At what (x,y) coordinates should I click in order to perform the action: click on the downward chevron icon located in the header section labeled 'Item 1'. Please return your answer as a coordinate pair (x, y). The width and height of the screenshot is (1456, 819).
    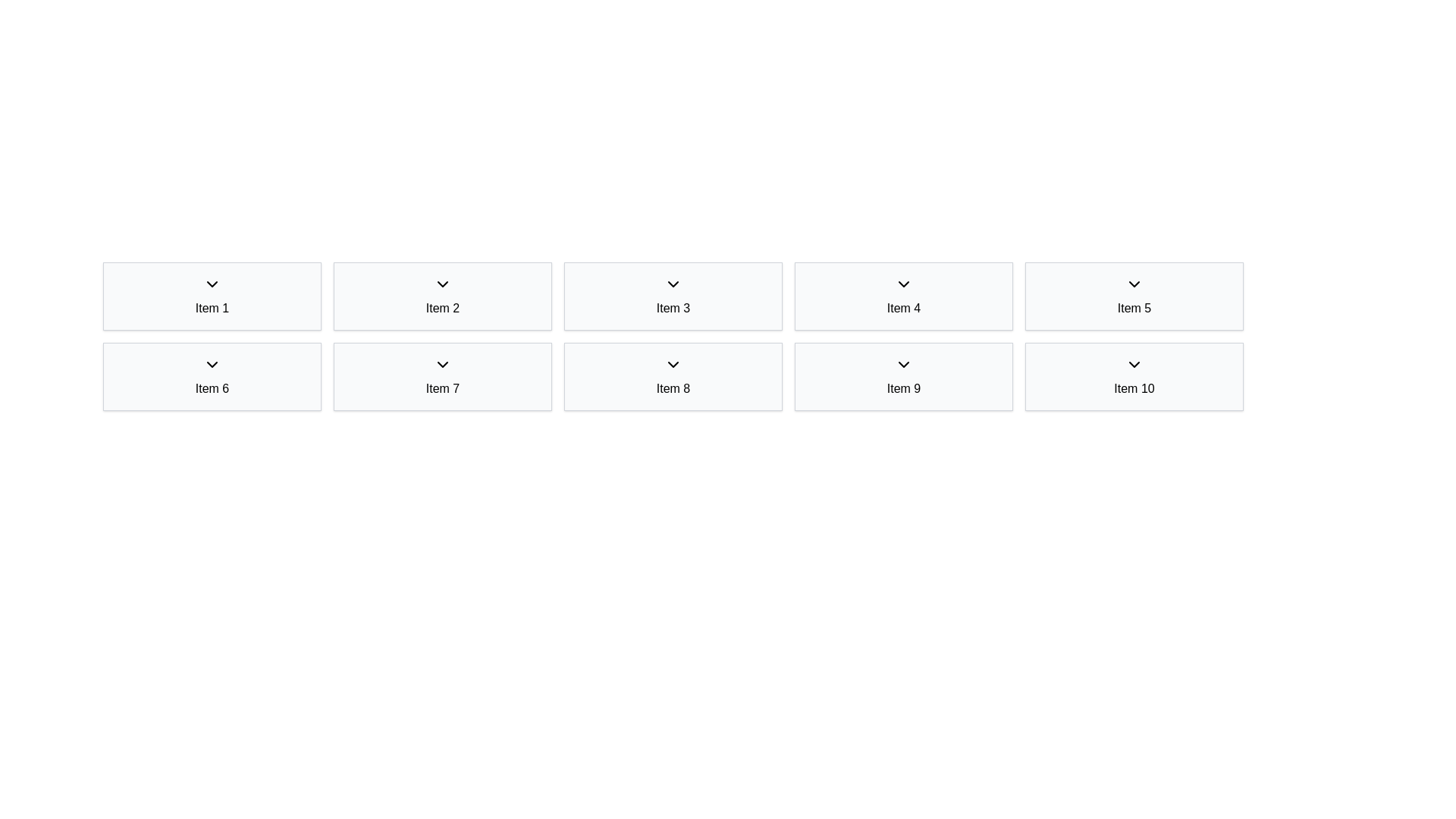
    Looking at the image, I should click on (211, 284).